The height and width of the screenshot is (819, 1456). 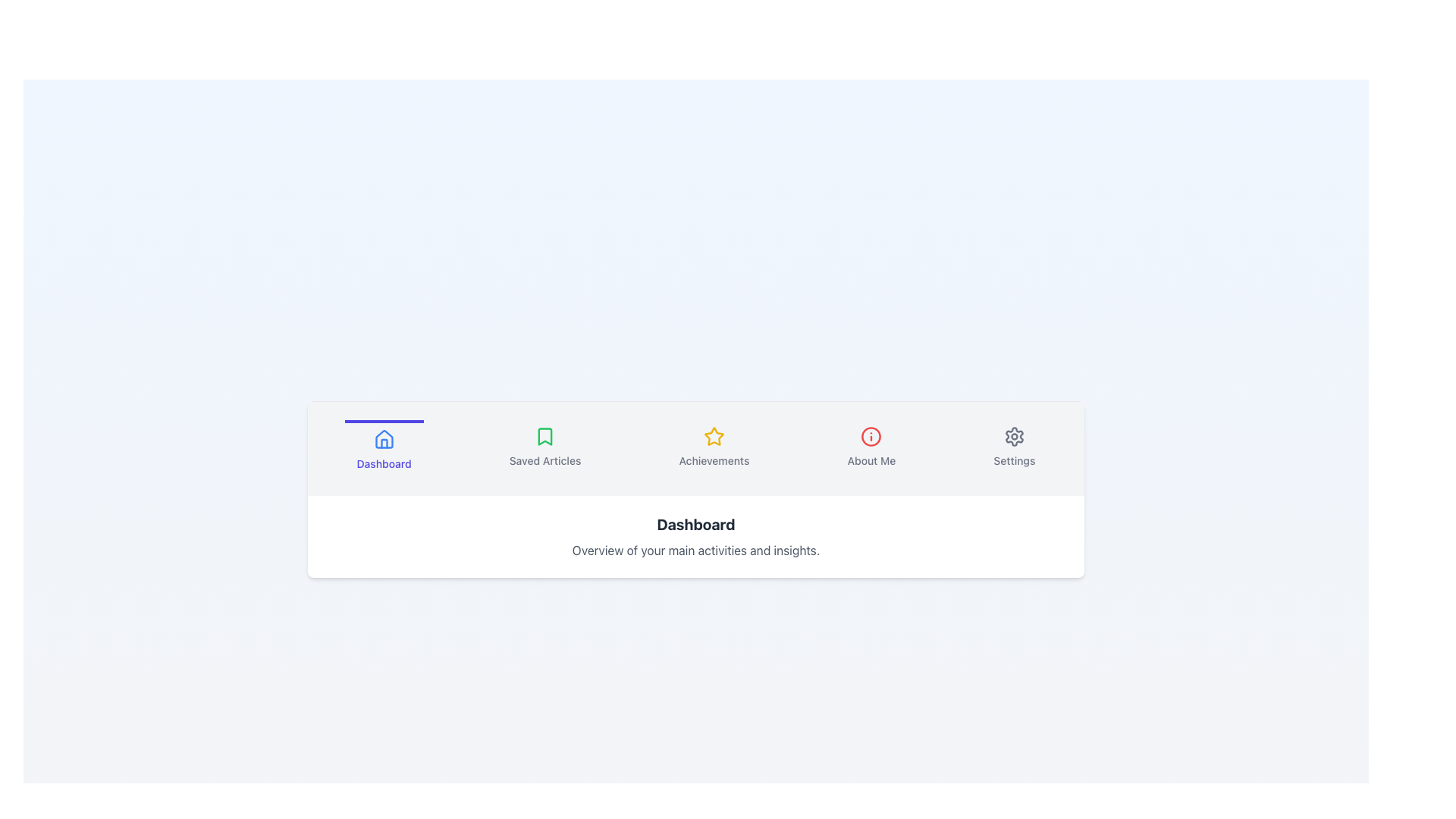 What do you see at coordinates (1014, 436) in the screenshot?
I see `the 'Settings' gear icon located in the 'Settings' section above the 'Settings' text label in the navigation area` at bounding box center [1014, 436].